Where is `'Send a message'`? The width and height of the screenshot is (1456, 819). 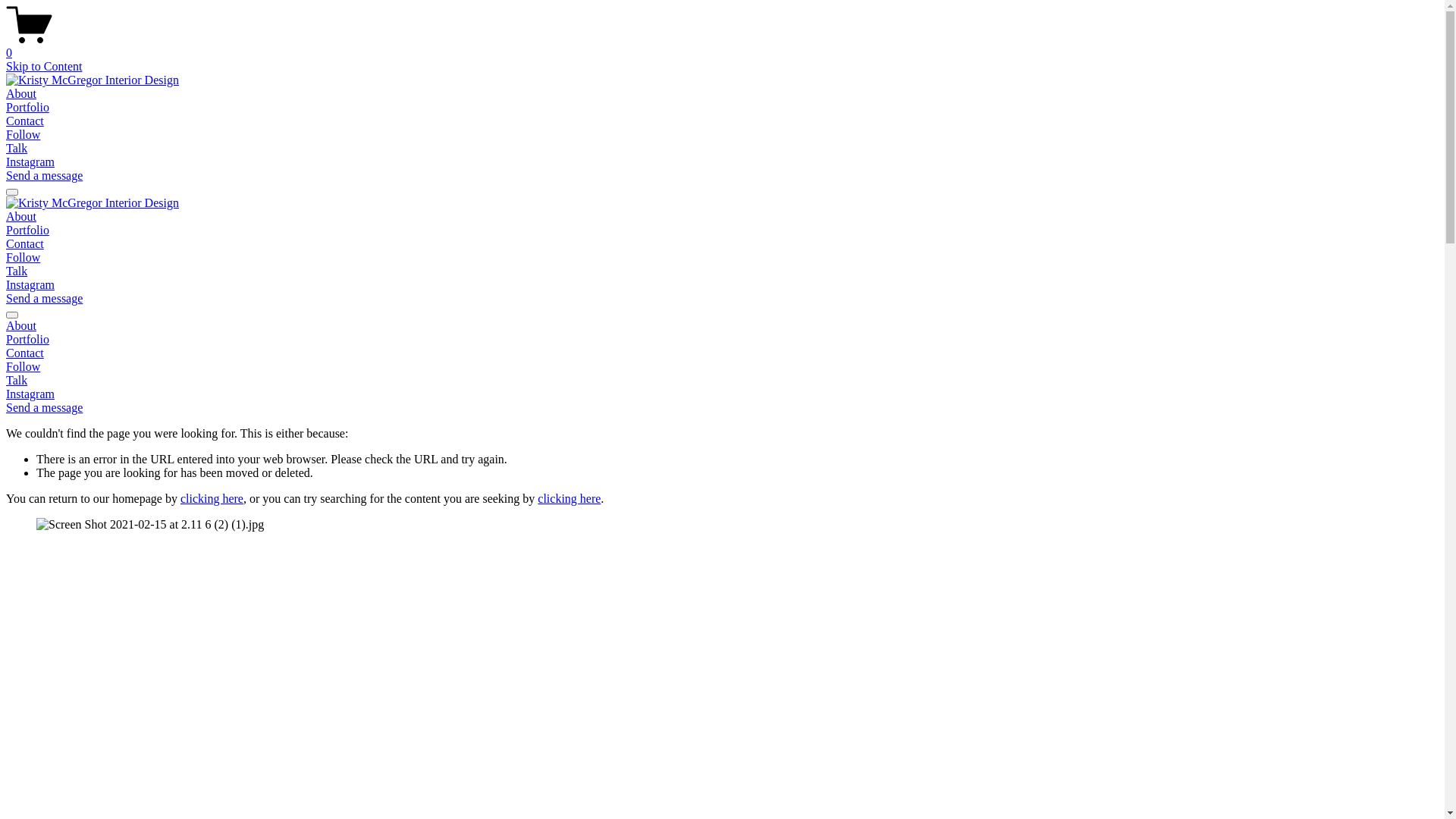
'Send a message' is located at coordinates (6, 298).